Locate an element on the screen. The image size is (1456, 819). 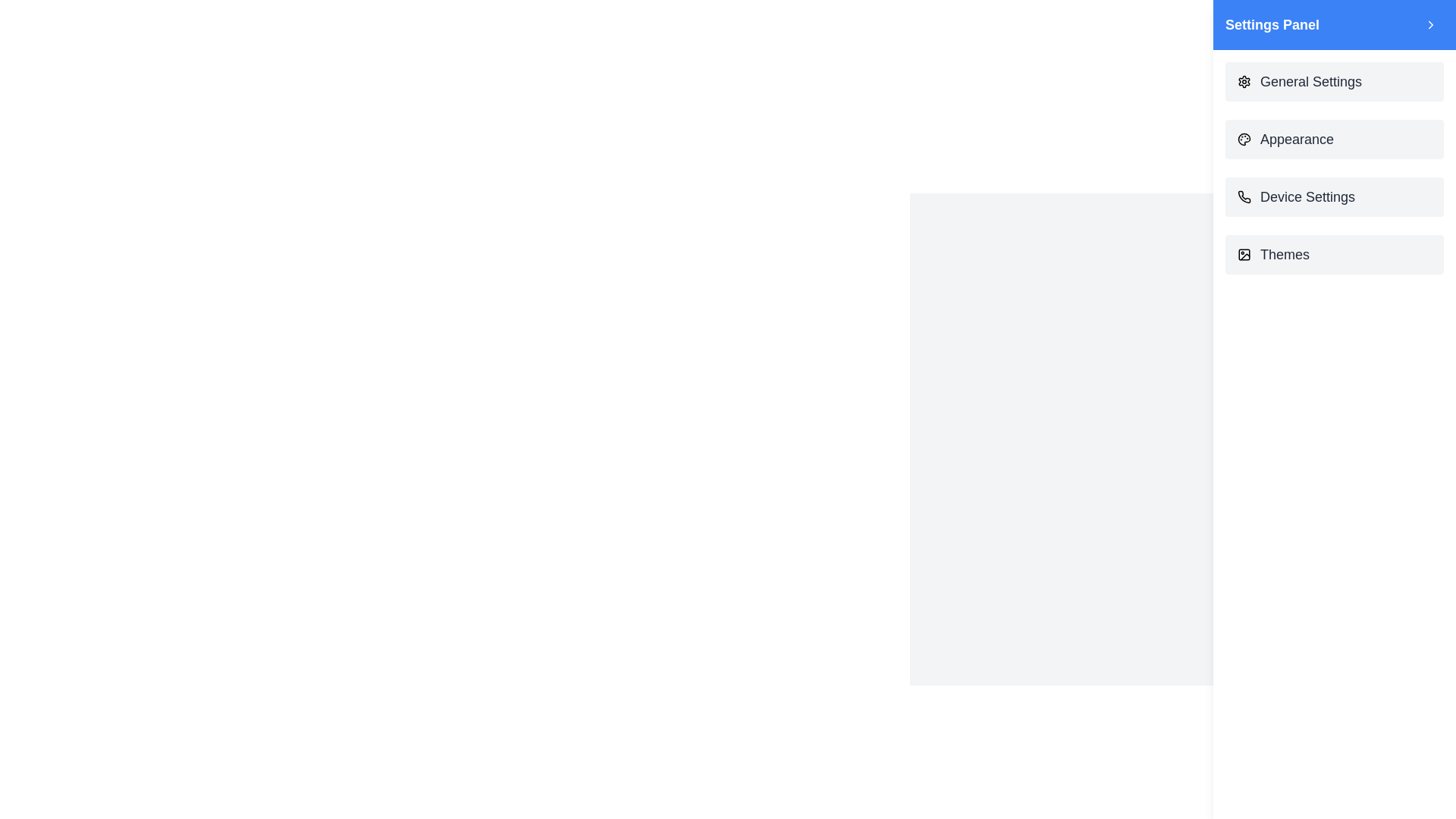
the 'General Settings' button, which is the topmost option in the settings panel, featuring a gear icon and light gray background that darkens on hover is located at coordinates (1335, 82).